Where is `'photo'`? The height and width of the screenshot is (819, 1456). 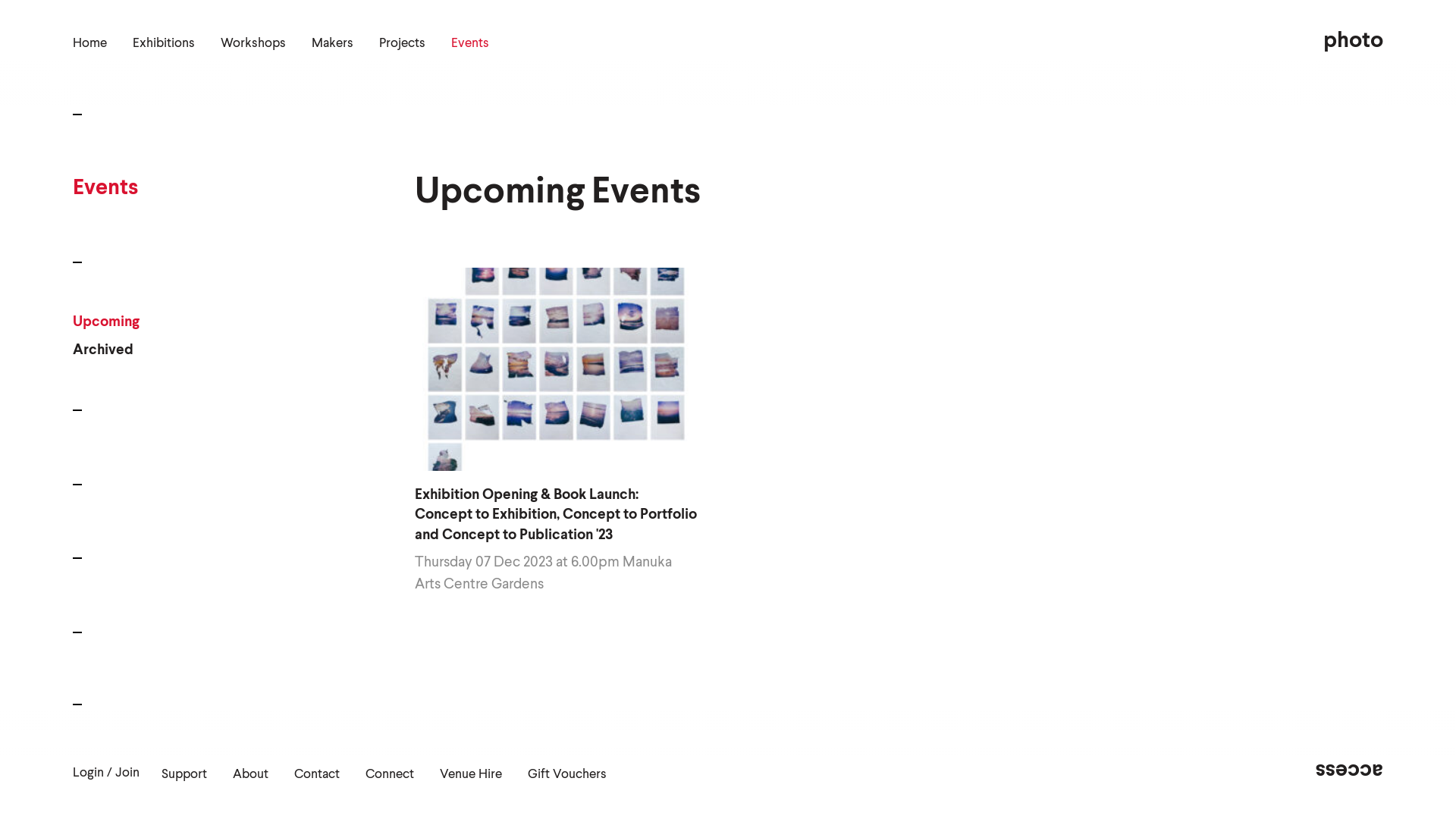
'photo' is located at coordinates (1353, 40).